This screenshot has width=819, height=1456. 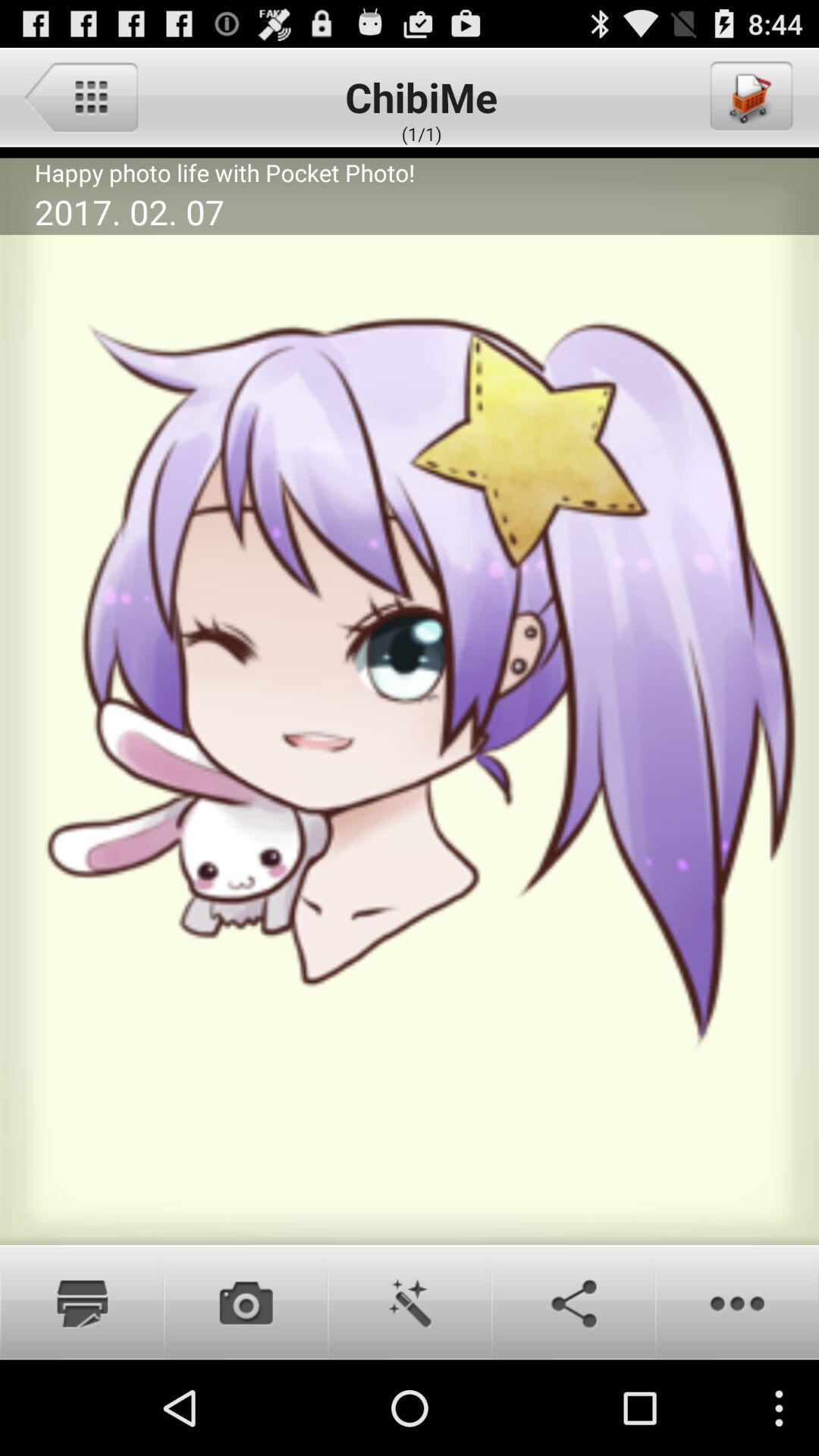 I want to click on camare, so click(x=245, y=1301).